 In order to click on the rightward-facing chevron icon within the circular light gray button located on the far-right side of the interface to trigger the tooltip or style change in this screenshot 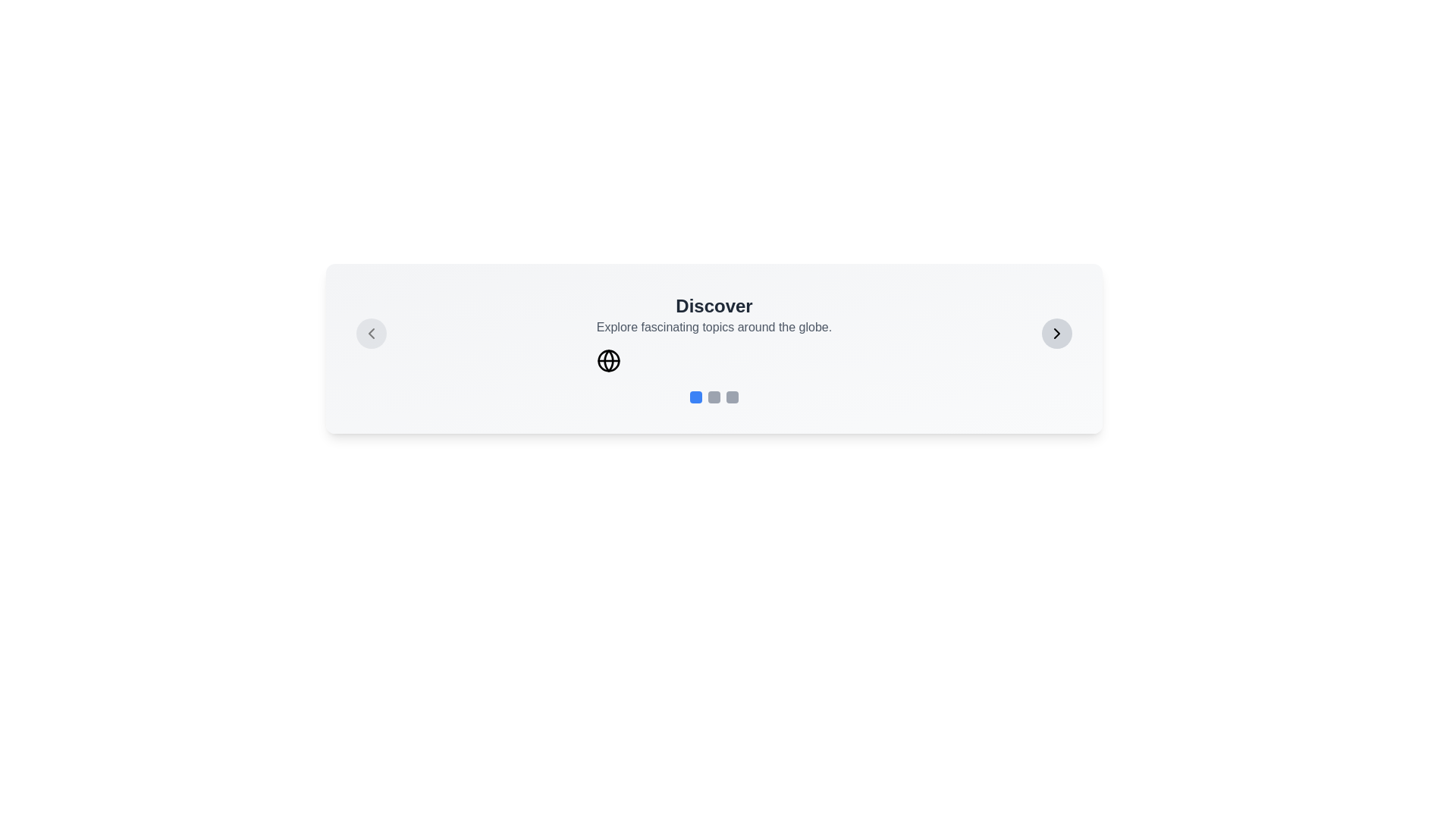, I will do `click(1056, 332)`.